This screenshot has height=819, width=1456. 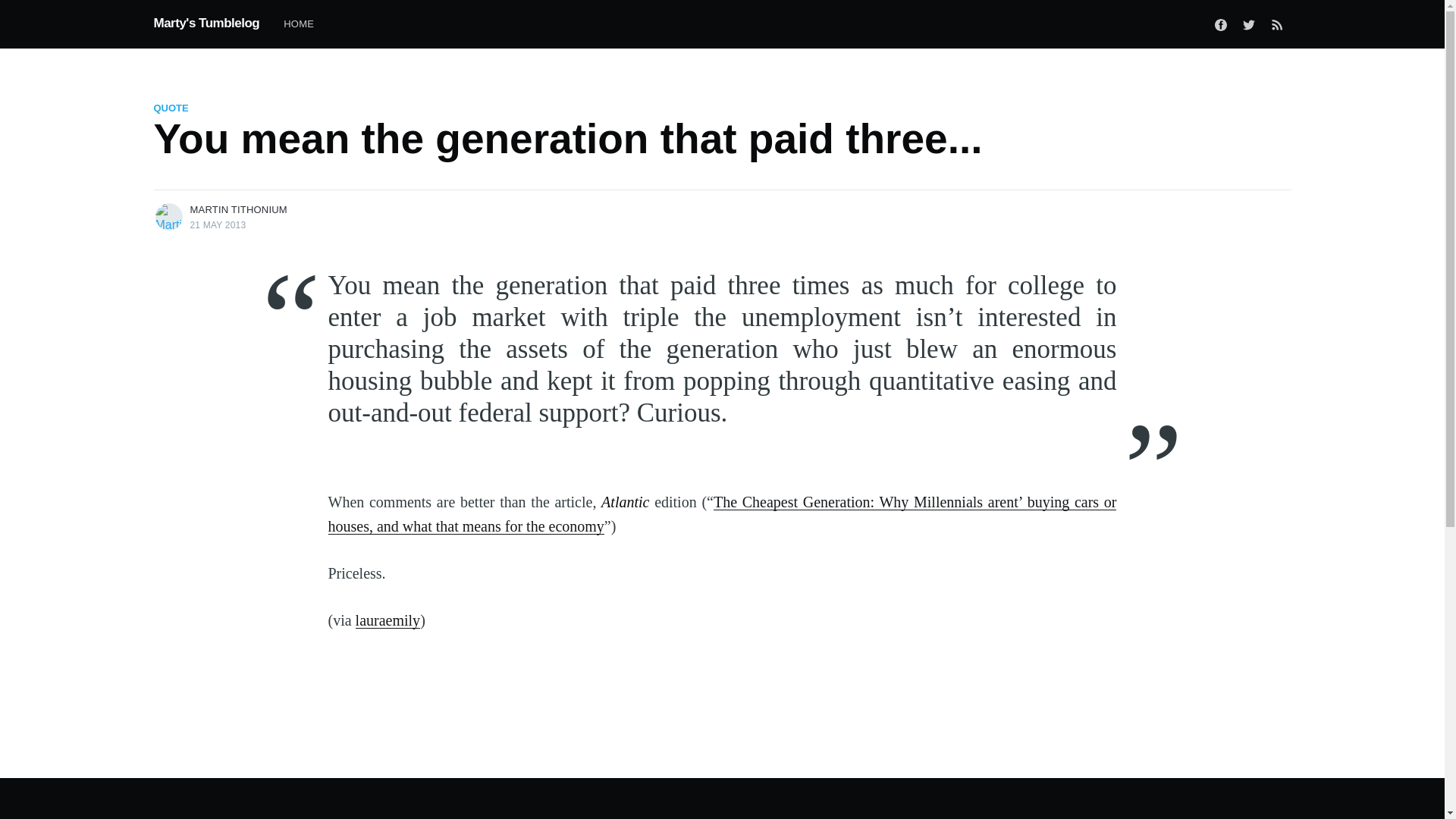 I want to click on 'lauraemily', so click(x=388, y=620).